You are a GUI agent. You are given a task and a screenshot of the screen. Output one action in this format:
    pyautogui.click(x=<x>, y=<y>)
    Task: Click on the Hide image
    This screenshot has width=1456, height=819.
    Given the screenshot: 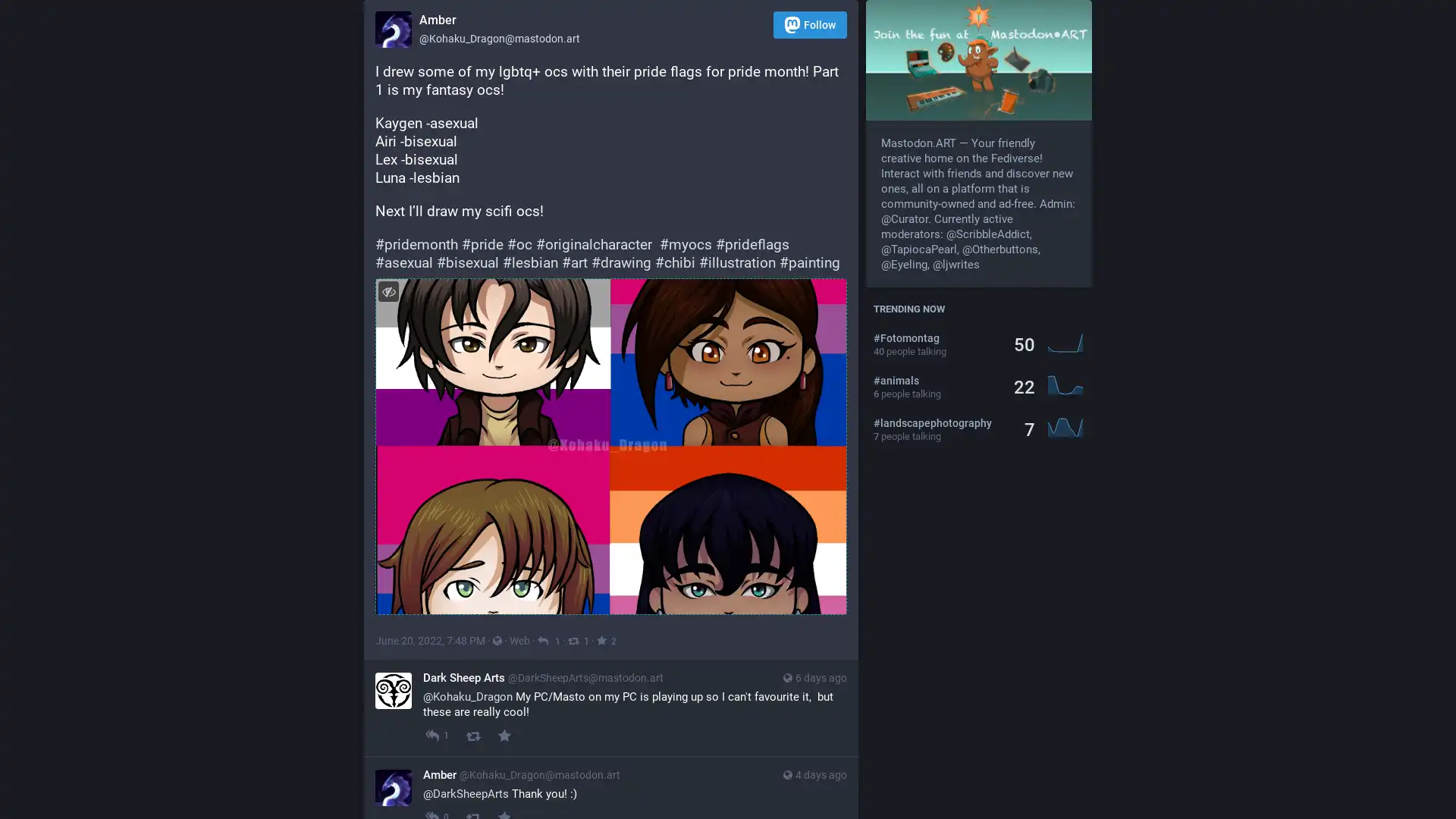 What is the action you would take?
    pyautogui.click(x=388, y=291)
    